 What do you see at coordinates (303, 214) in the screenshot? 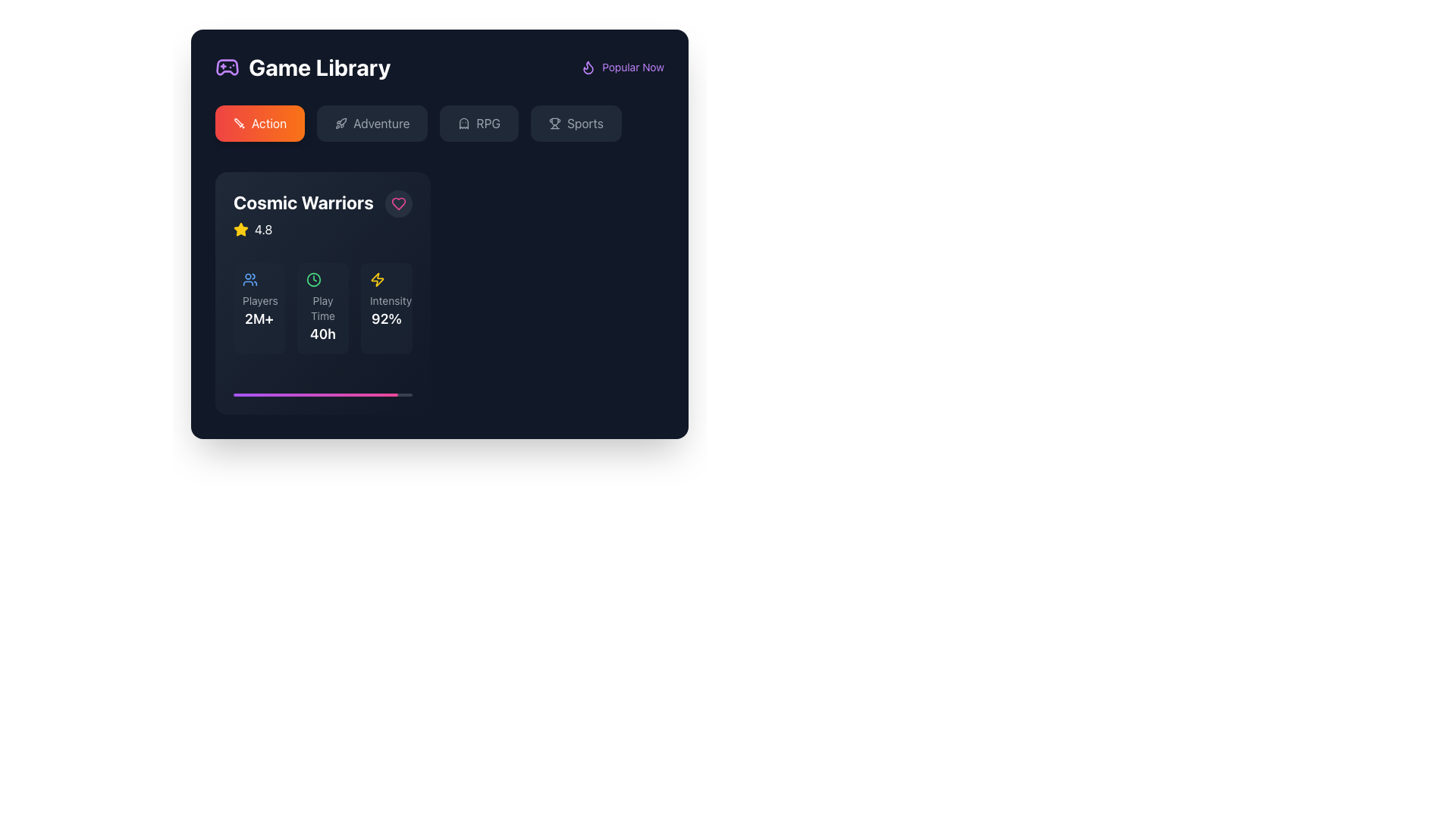
I see `the Information Display element that shows the title 'Cosmic Warriors' with a rating of '4.8' and a yellow star icon` at bounding box center [303, 214].